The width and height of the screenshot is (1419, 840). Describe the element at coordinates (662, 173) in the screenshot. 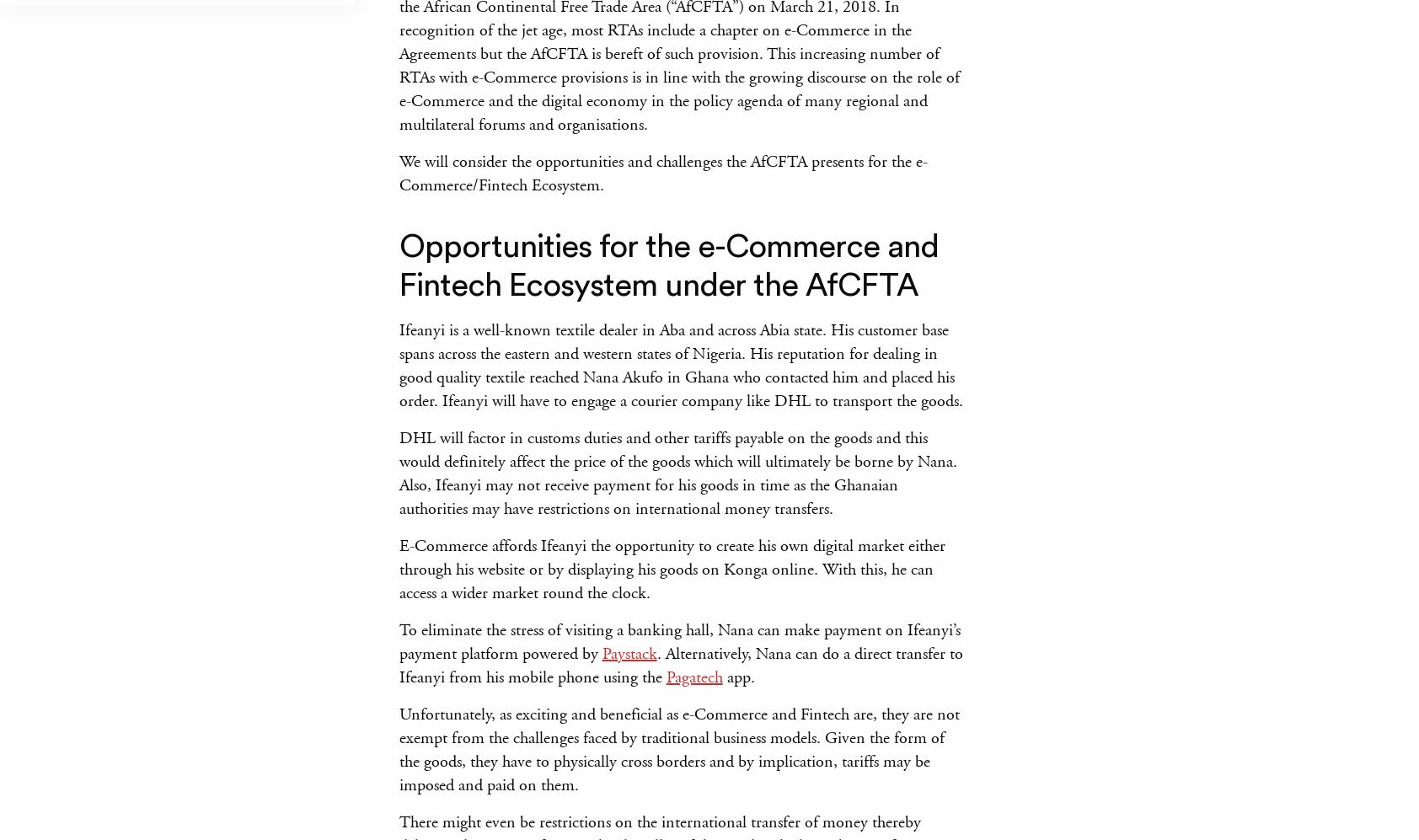

I see `'We will consider the opportunities and challenges the AfCFTA presents for the e-Commerce/Fintech Ecosystem.'` at that location.